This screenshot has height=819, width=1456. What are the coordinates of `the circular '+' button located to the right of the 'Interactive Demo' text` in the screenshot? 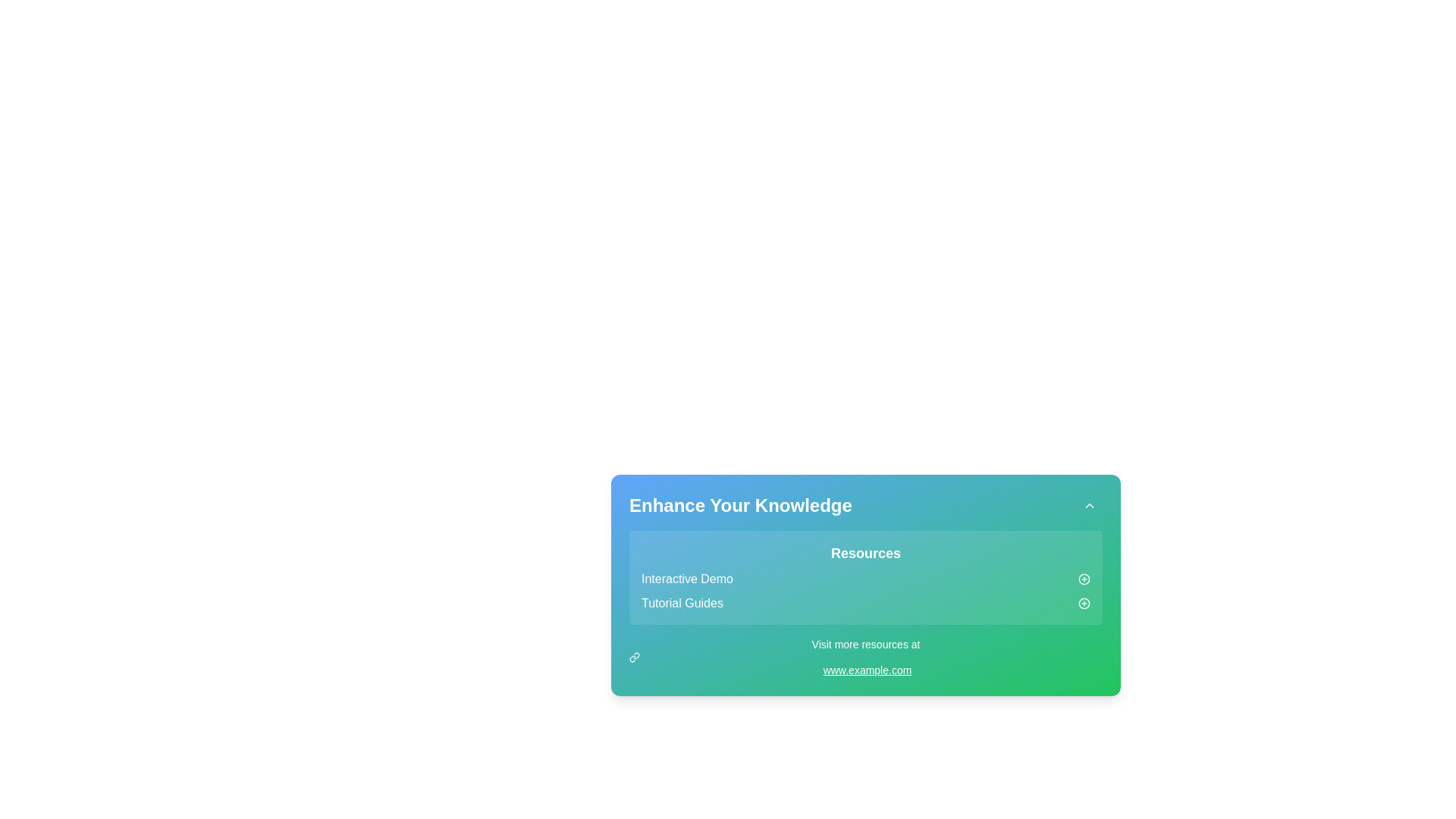 It's located at (1084, 579).